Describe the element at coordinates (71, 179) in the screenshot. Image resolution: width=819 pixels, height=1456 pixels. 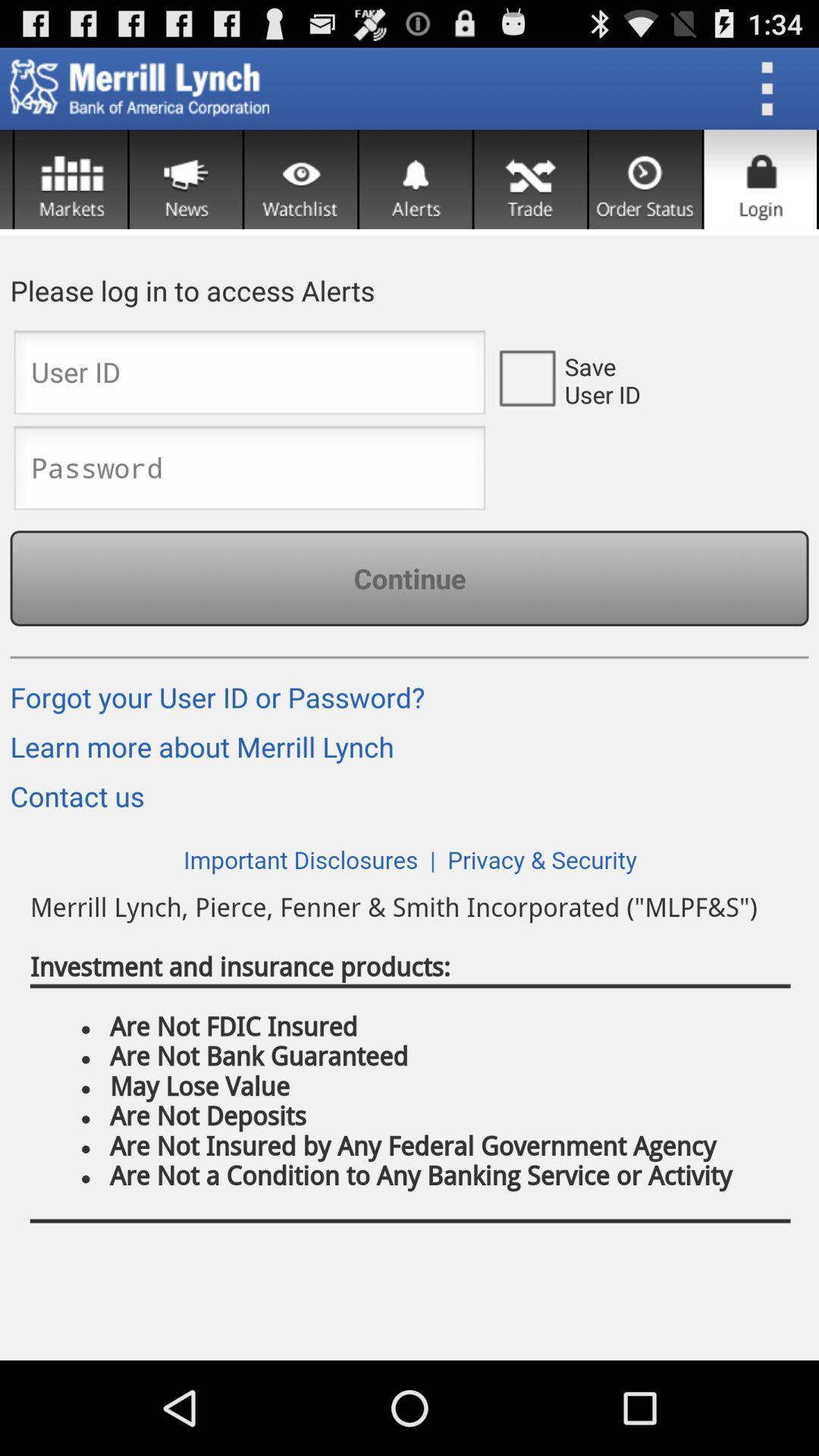
I see `see markets` at that location.